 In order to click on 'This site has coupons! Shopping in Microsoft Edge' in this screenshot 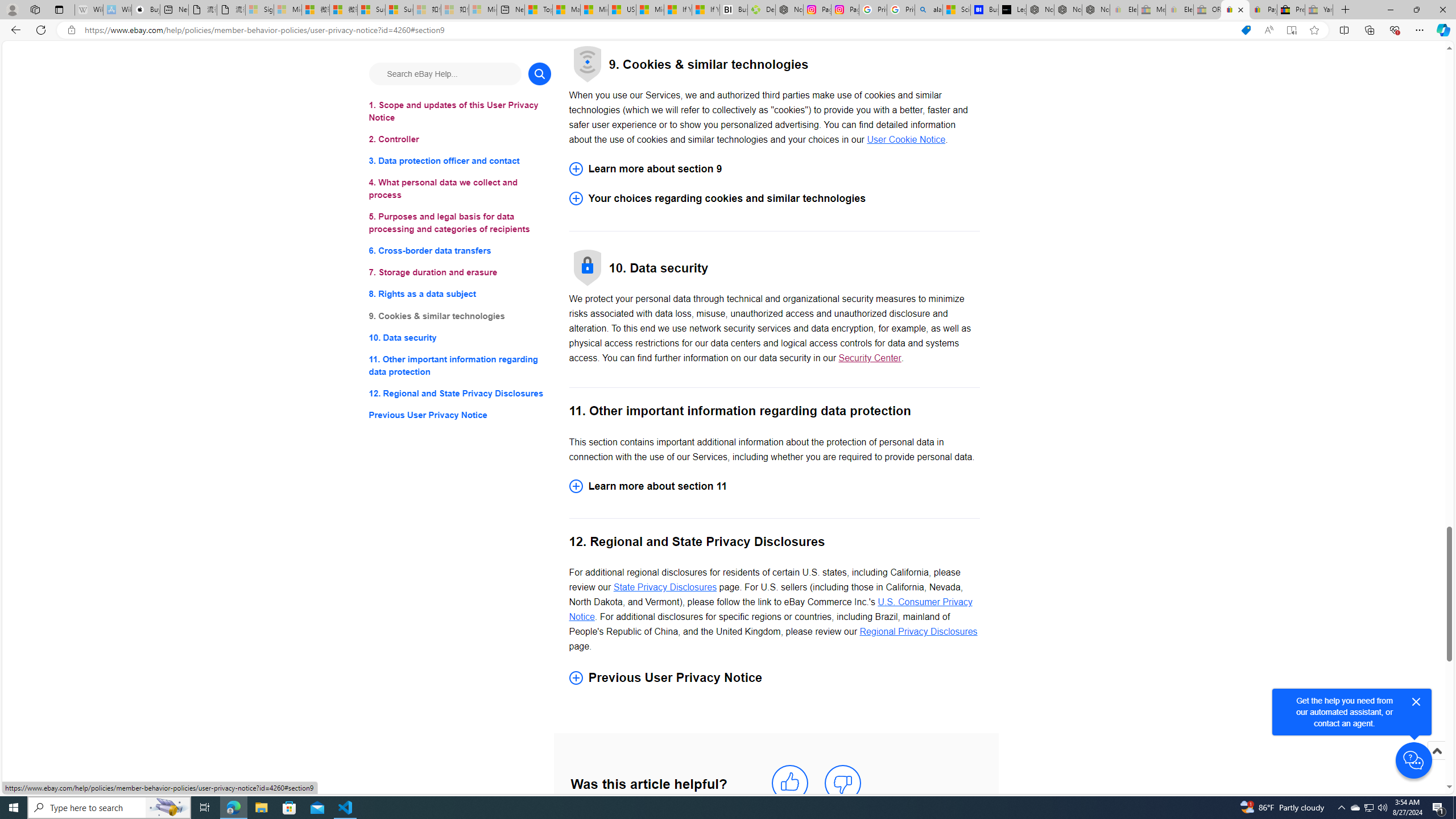, I will do `click(1246, 30)`.